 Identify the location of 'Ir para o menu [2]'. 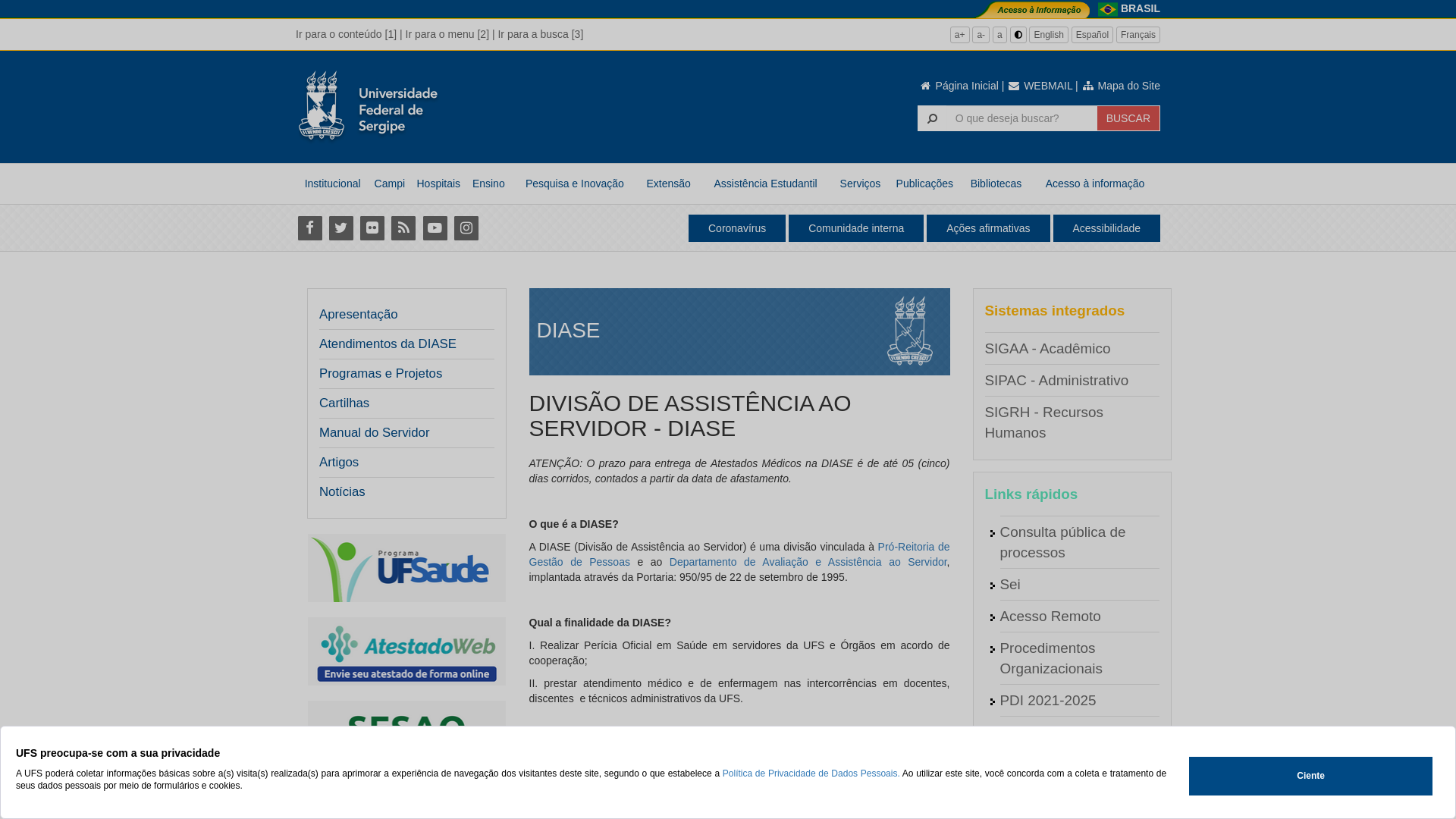
(447, 34).